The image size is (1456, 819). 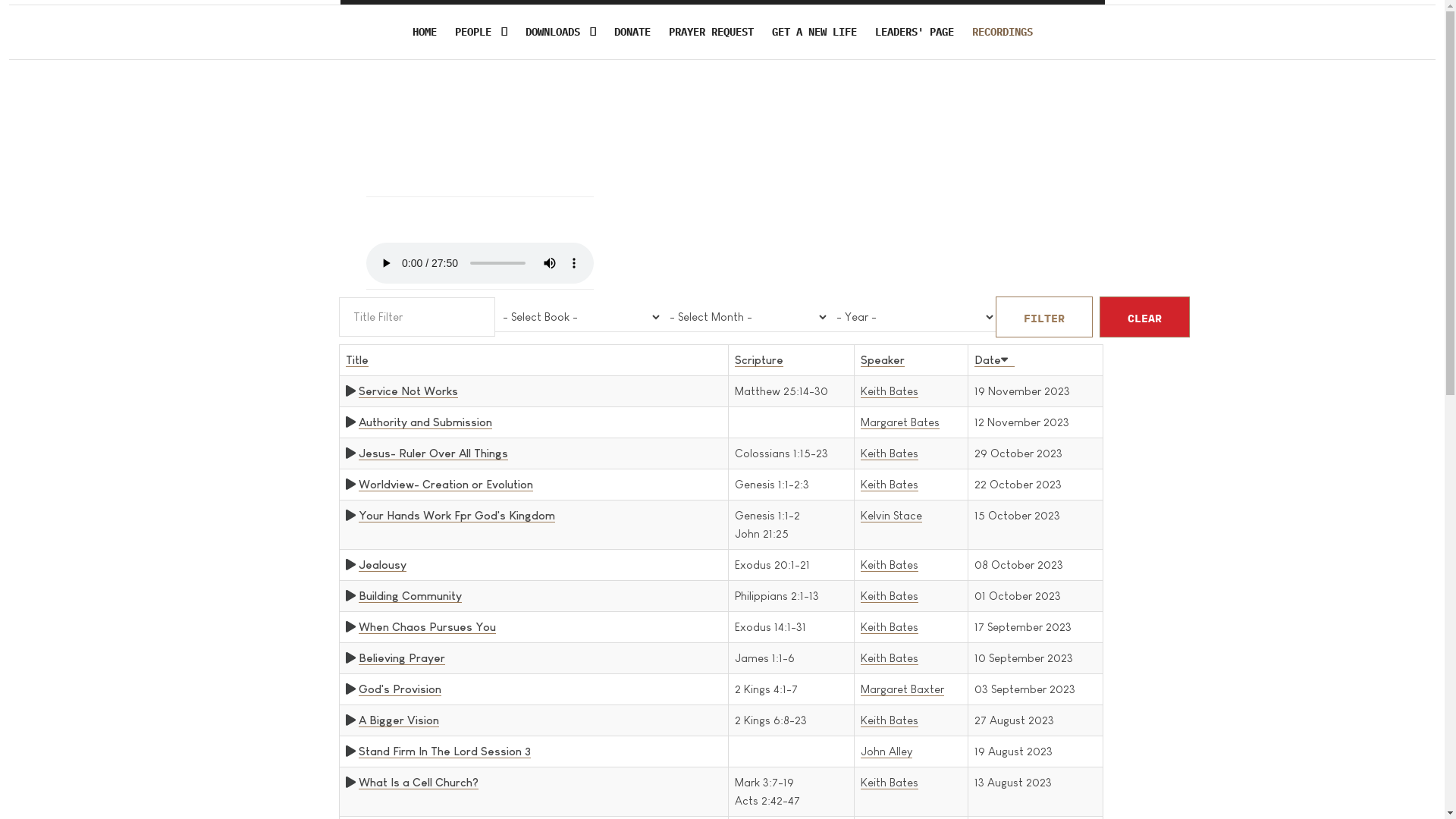 What do you see at coordinates (455, 514) in the screenshot?
I see `'Your Hands Work Fpr God's Kingdom'` at bounding box center [455, 514].